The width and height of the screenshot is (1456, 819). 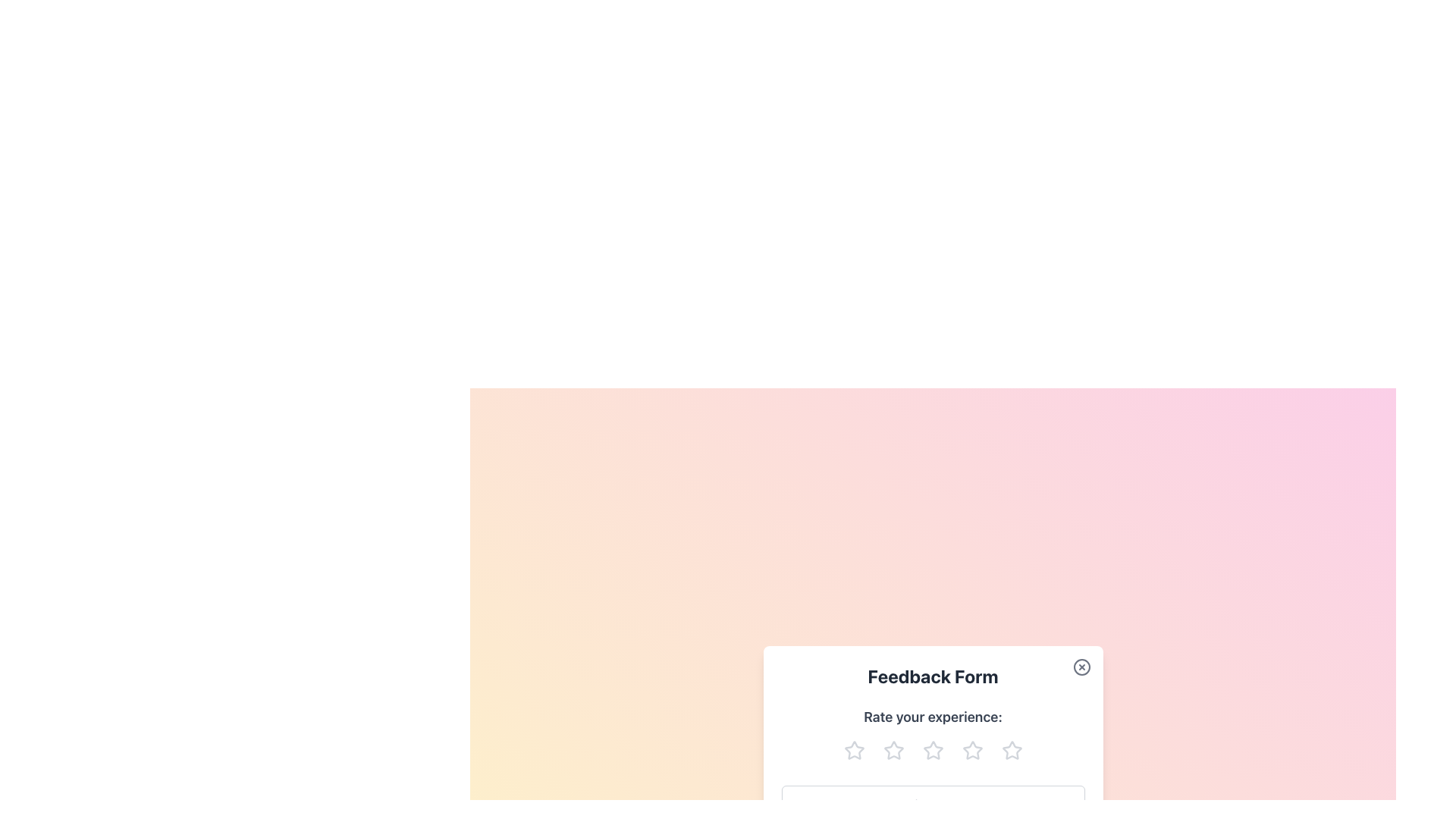 I want to click on the third star in the Rating input element located beneath the 'Rate your experience:' header, so click(x=932, y=751).